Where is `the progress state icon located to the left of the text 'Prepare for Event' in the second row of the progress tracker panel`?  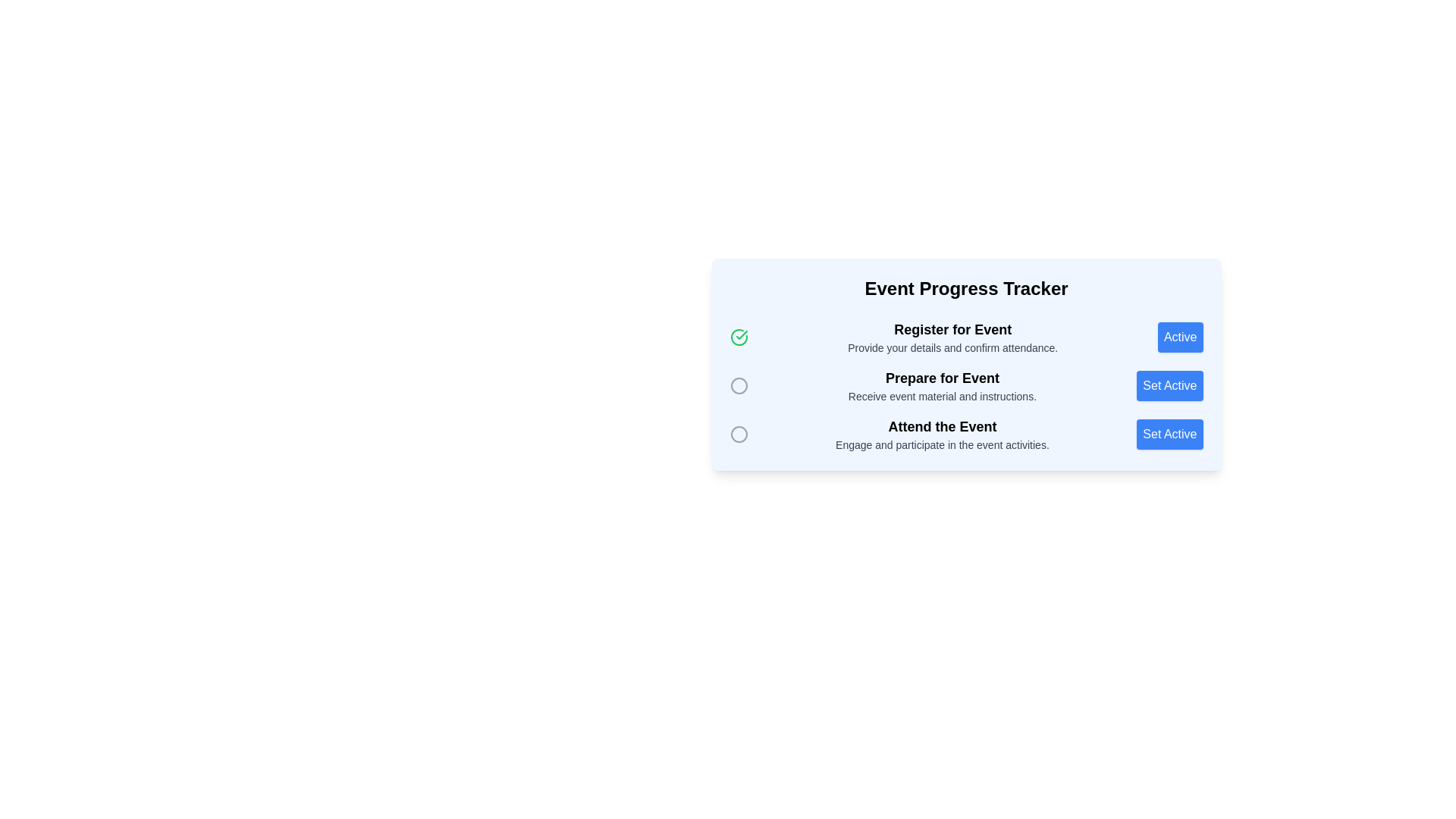
the progress state icon located to the left of the text 'Prepare for Event' in the second row of the progress tracker panel is located at coordinates (745, 385).